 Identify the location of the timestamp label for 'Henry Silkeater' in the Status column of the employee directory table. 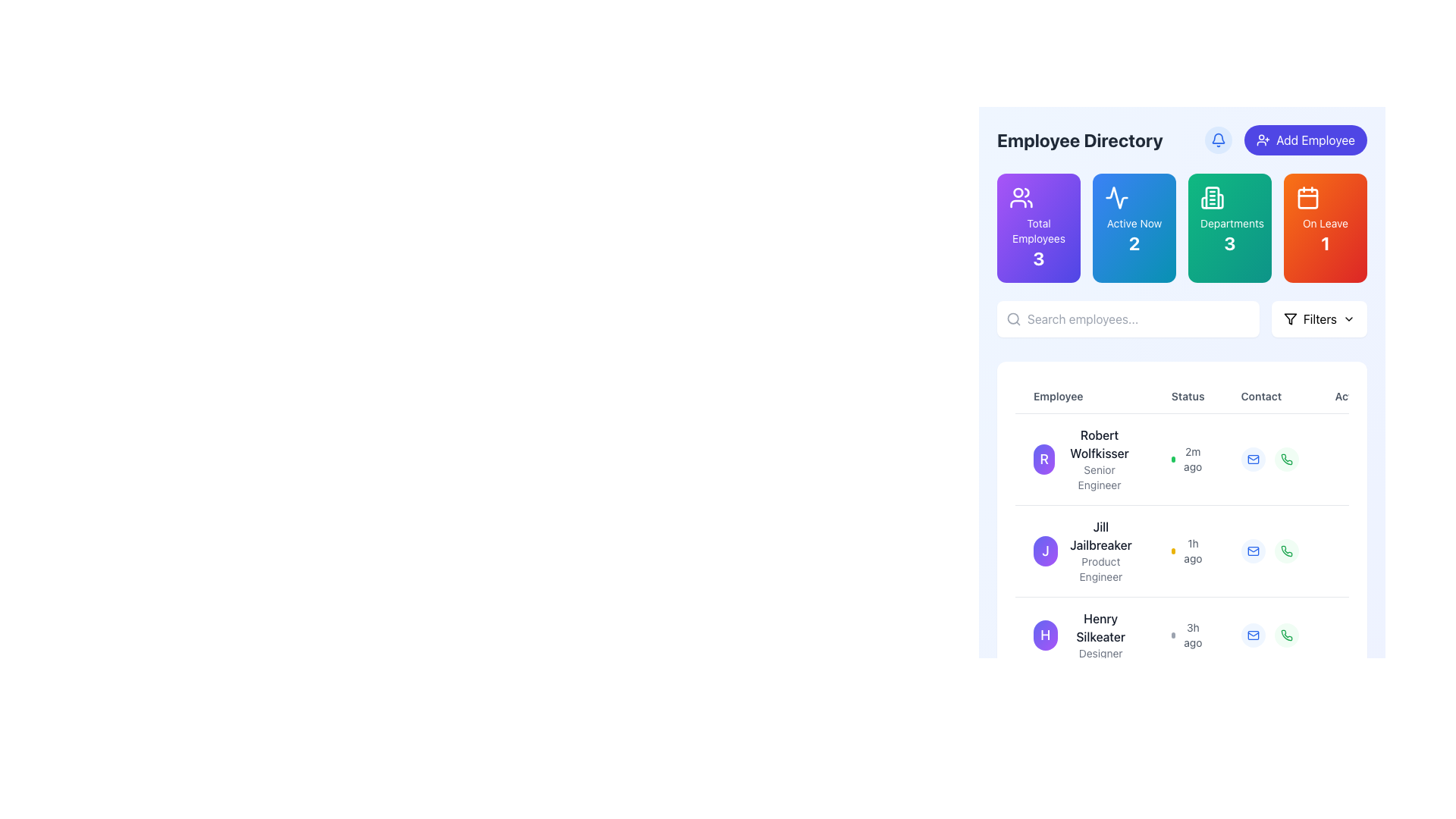
(1186, 635).